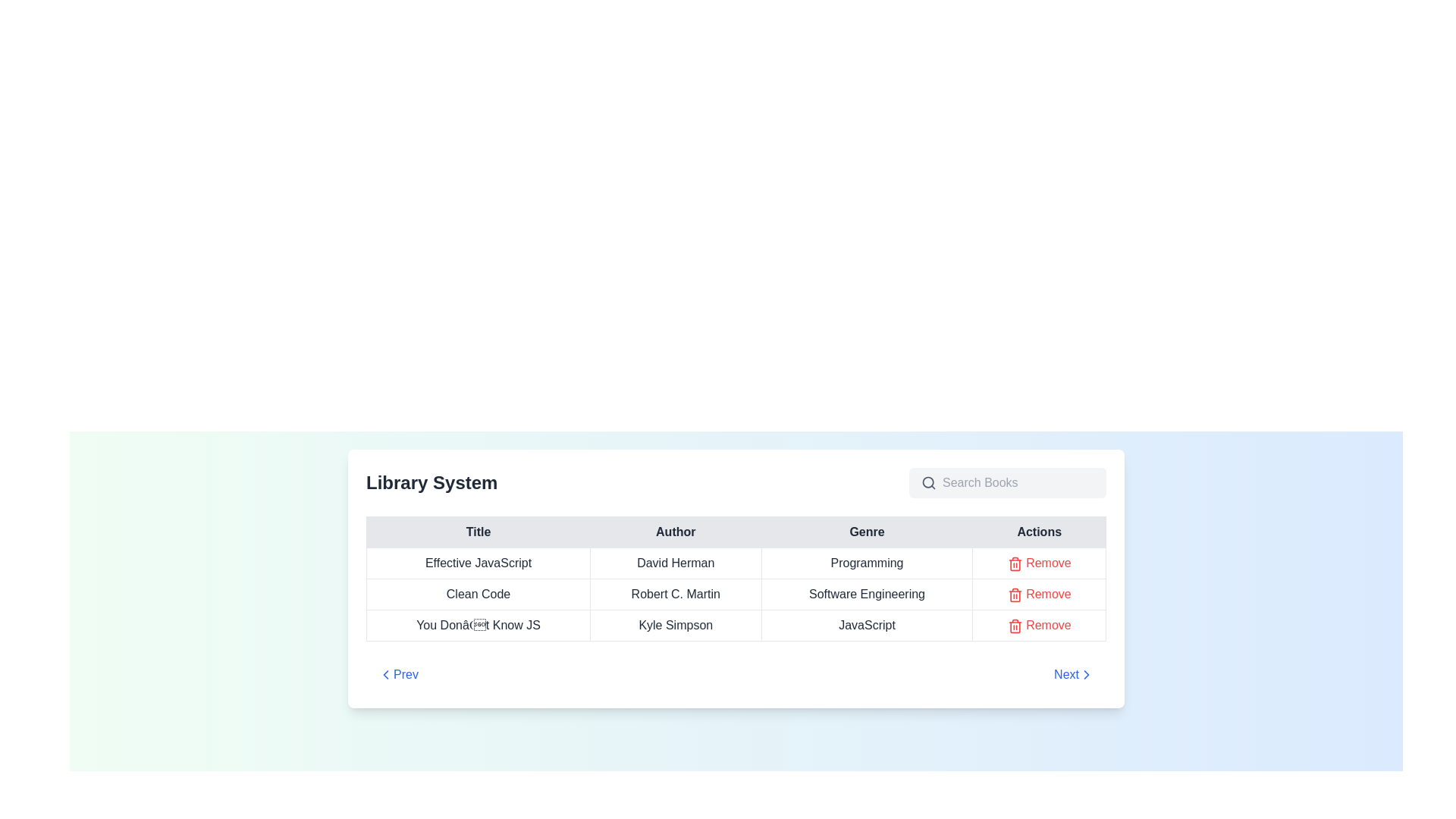 This screenshot has height=819, width=1456. What do you see at coordinates (1015, 626) in the screenshot?
I see `the delete icon resembling a trash can located in the bottom row of the 'Actions' column in the 'Library System' table` at bounding box center [1015, 626].